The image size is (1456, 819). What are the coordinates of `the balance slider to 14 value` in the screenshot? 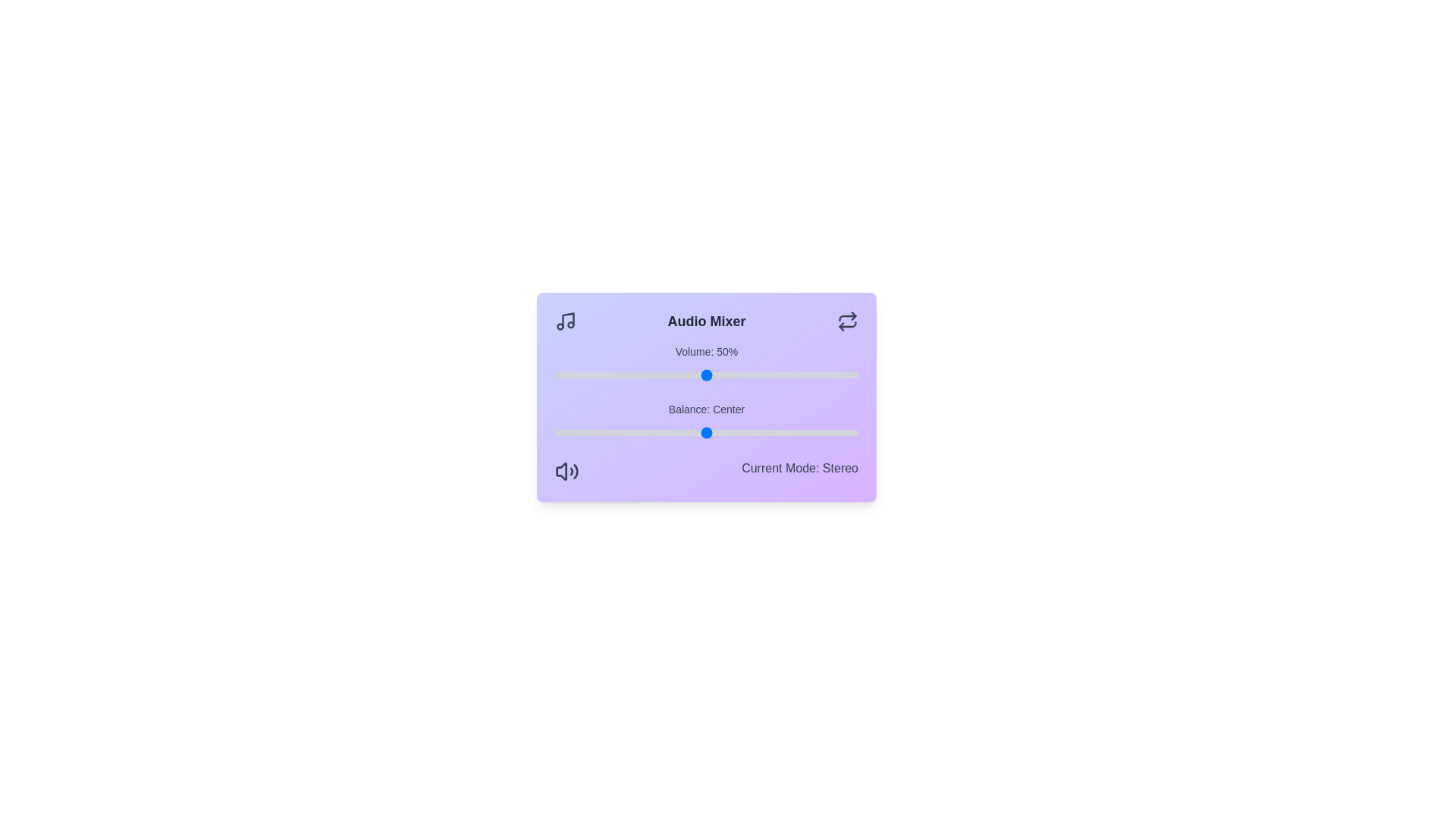 It's located at (749, 432).